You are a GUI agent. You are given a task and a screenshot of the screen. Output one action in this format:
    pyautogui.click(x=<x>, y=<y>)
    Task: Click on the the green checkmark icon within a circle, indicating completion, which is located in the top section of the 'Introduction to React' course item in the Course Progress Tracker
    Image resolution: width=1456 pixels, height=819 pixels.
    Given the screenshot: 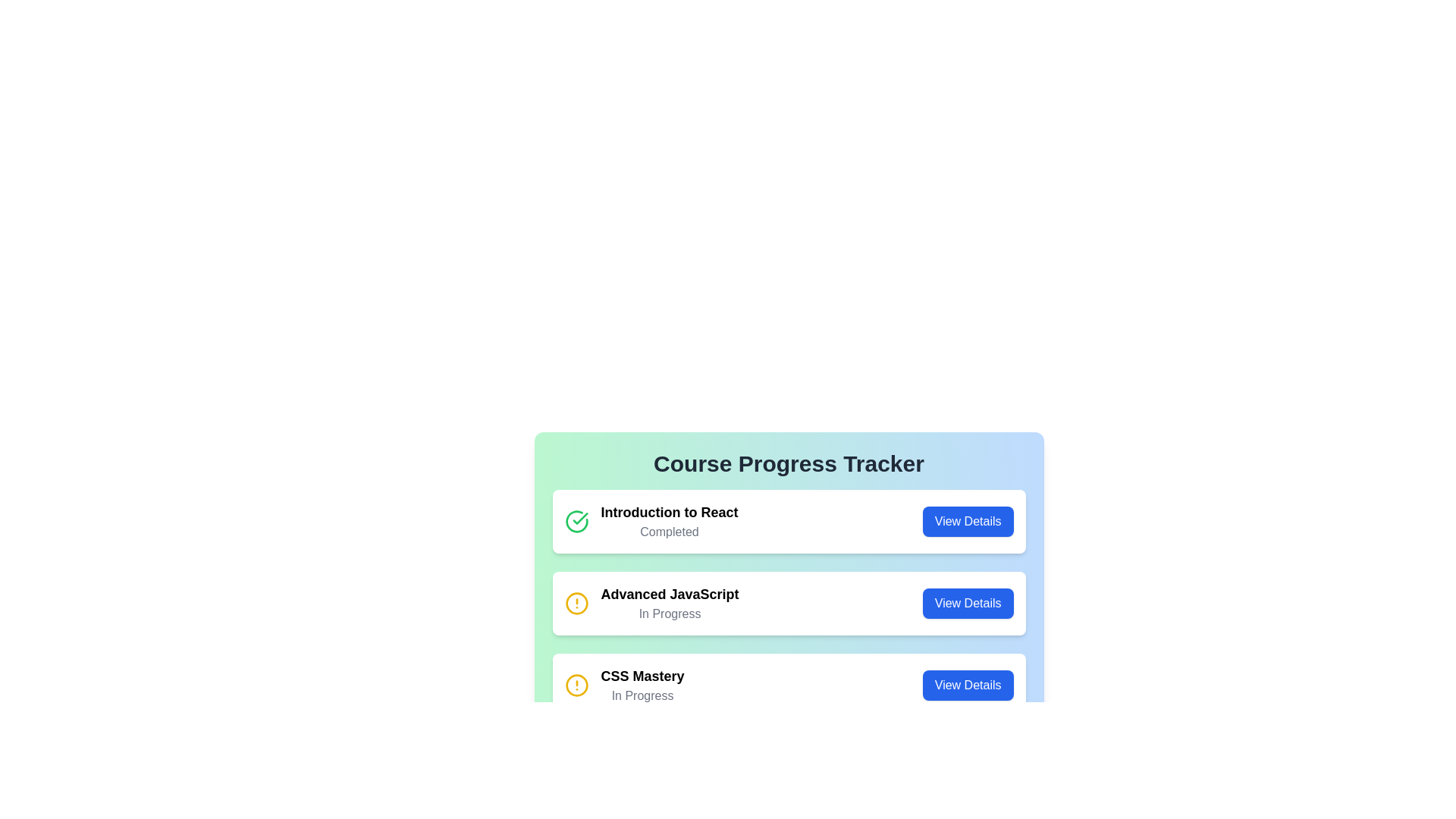 What is the action you would take?
    pyautogui.click(x=579, y=517)
    